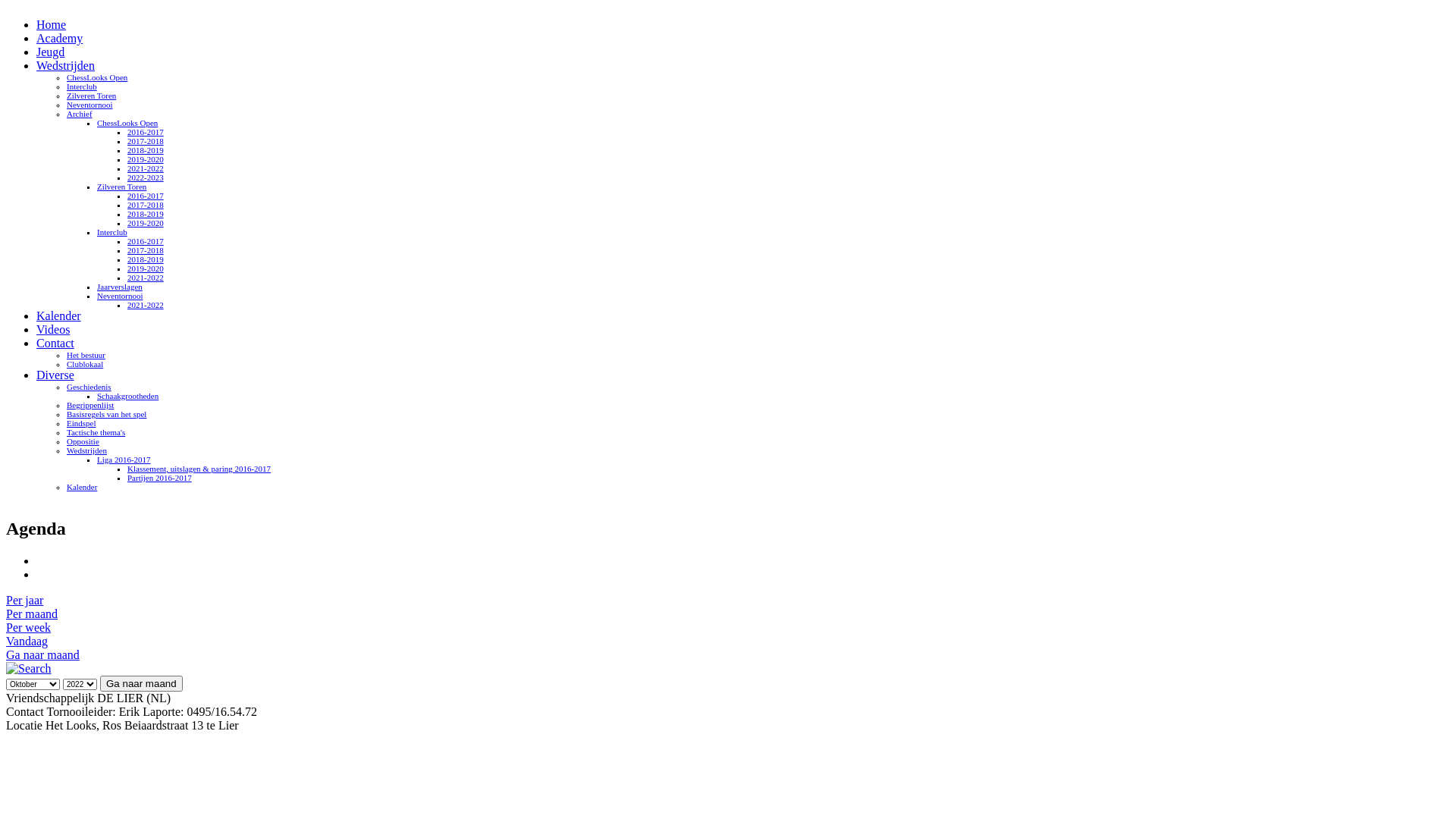 The width and height of the screenshot is (1456, 819). I want to click on 'Begrippenlijst', so click(65, 403).